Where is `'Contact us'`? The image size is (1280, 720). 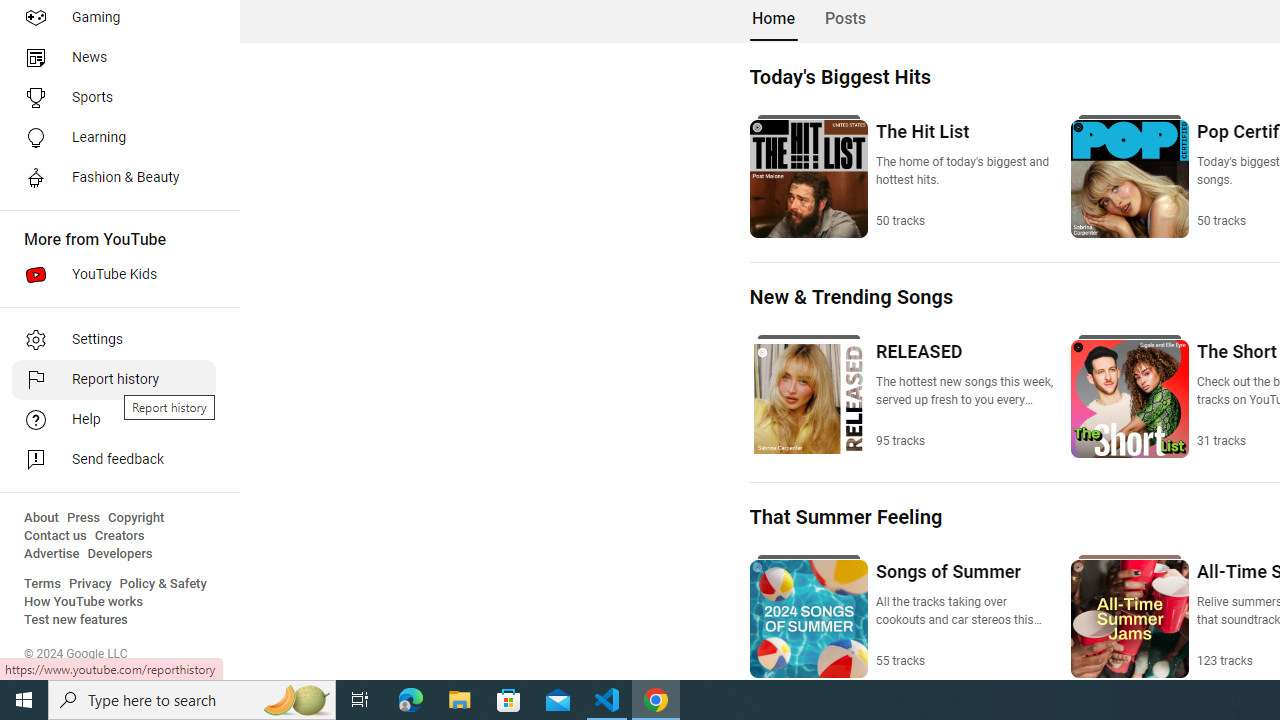 'Contact us' is located at coordinates (55, 535).